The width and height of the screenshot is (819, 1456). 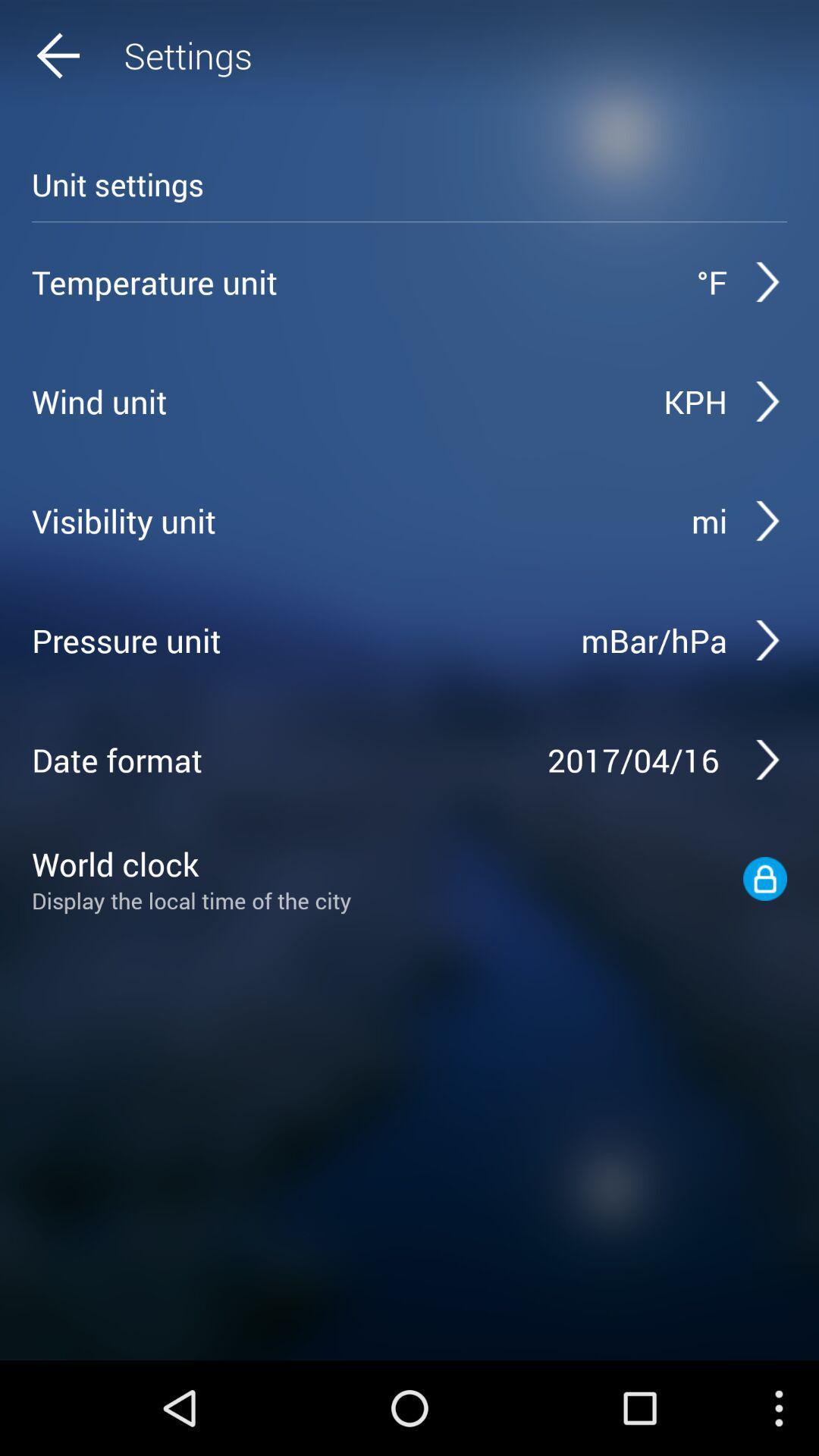 What do you see at coordinates (87, 59) in the screenshot?
I see `the arrow_backward icon` at bounding box center [87, 59].